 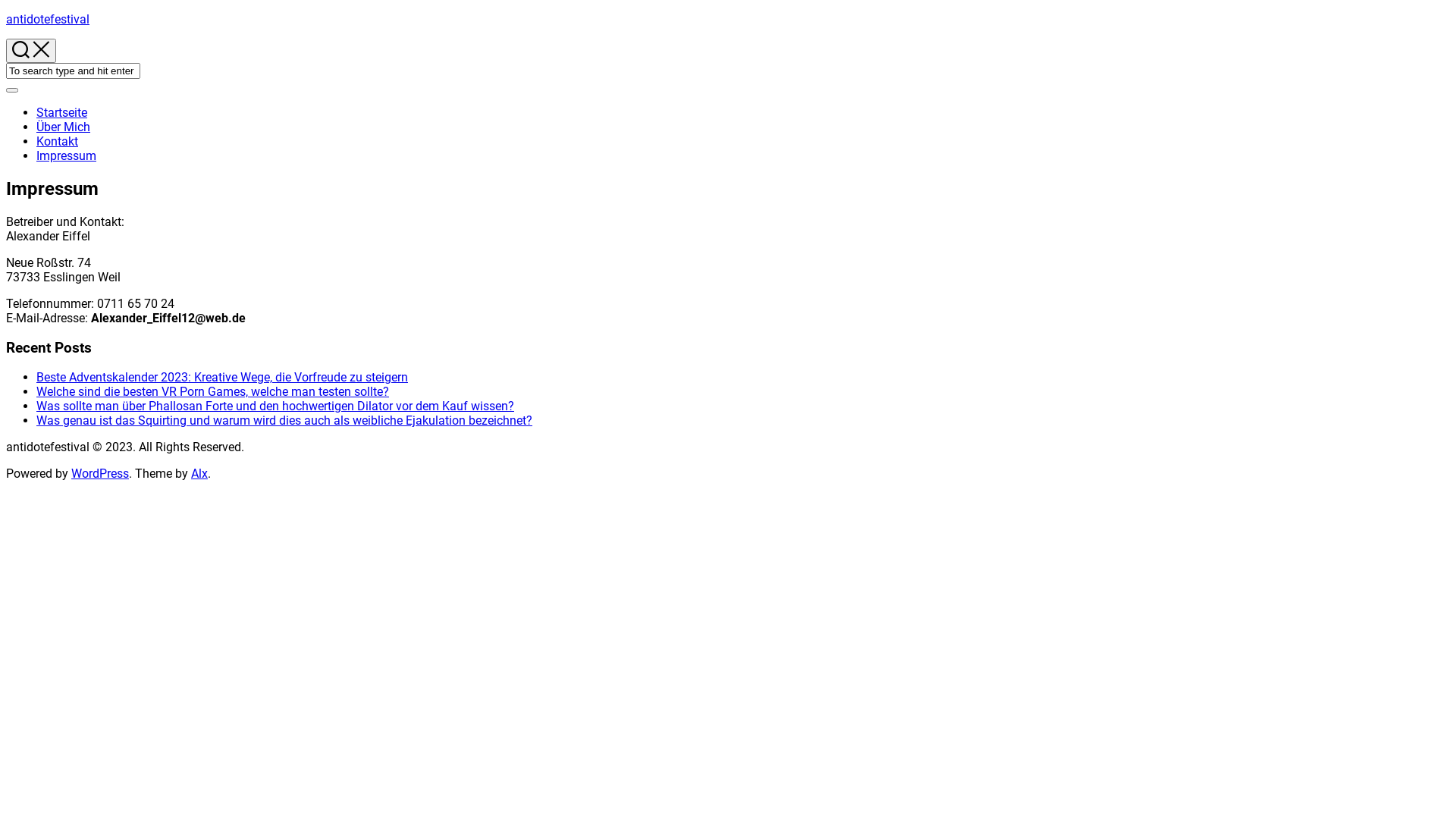 What do you see at coordinates (190, 472) in the screenshot?
I see `'Alx'` at bounding box center [190, 472].